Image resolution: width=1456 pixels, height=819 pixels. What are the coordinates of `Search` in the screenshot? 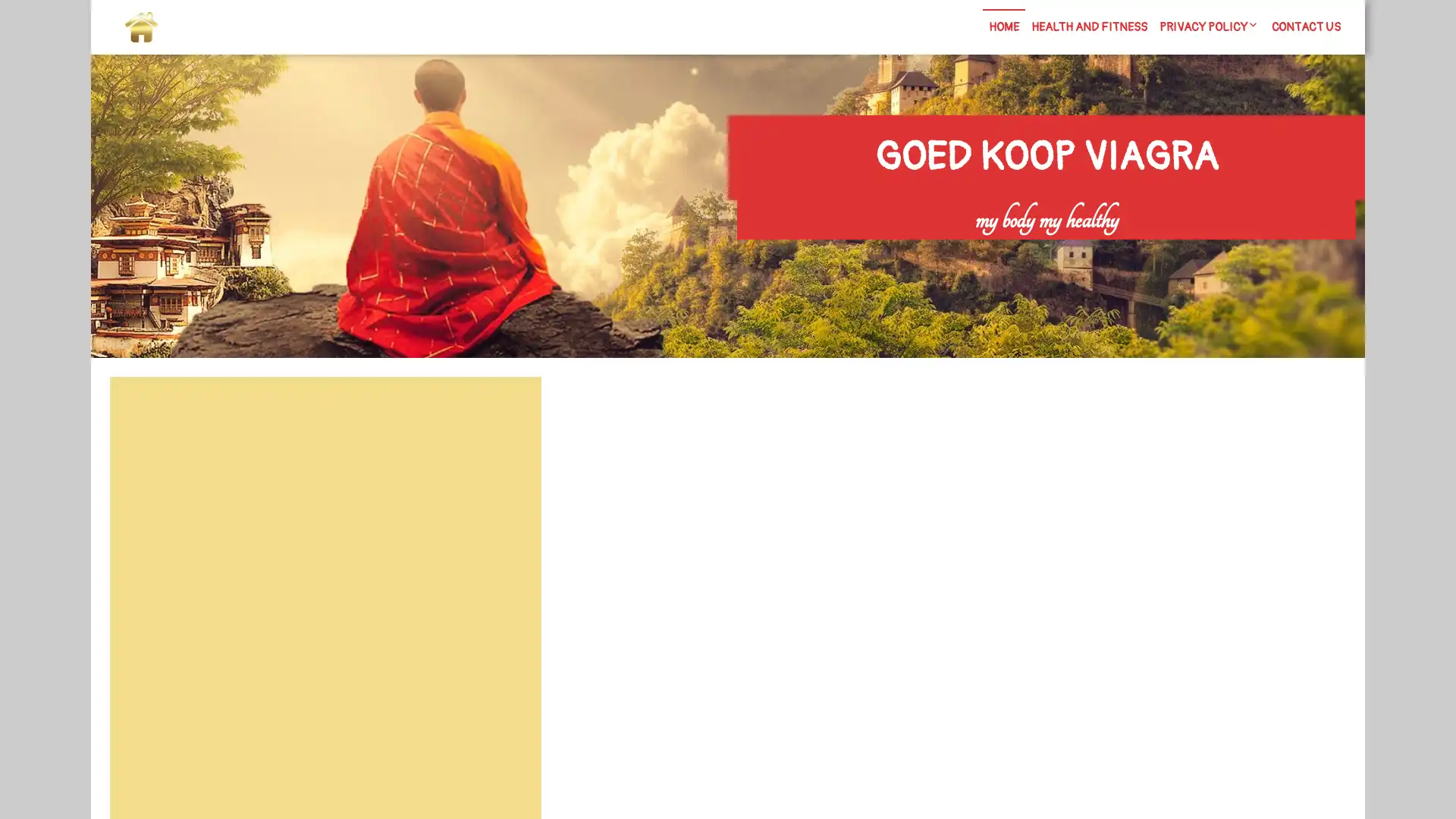 It's located at (1181, 248).